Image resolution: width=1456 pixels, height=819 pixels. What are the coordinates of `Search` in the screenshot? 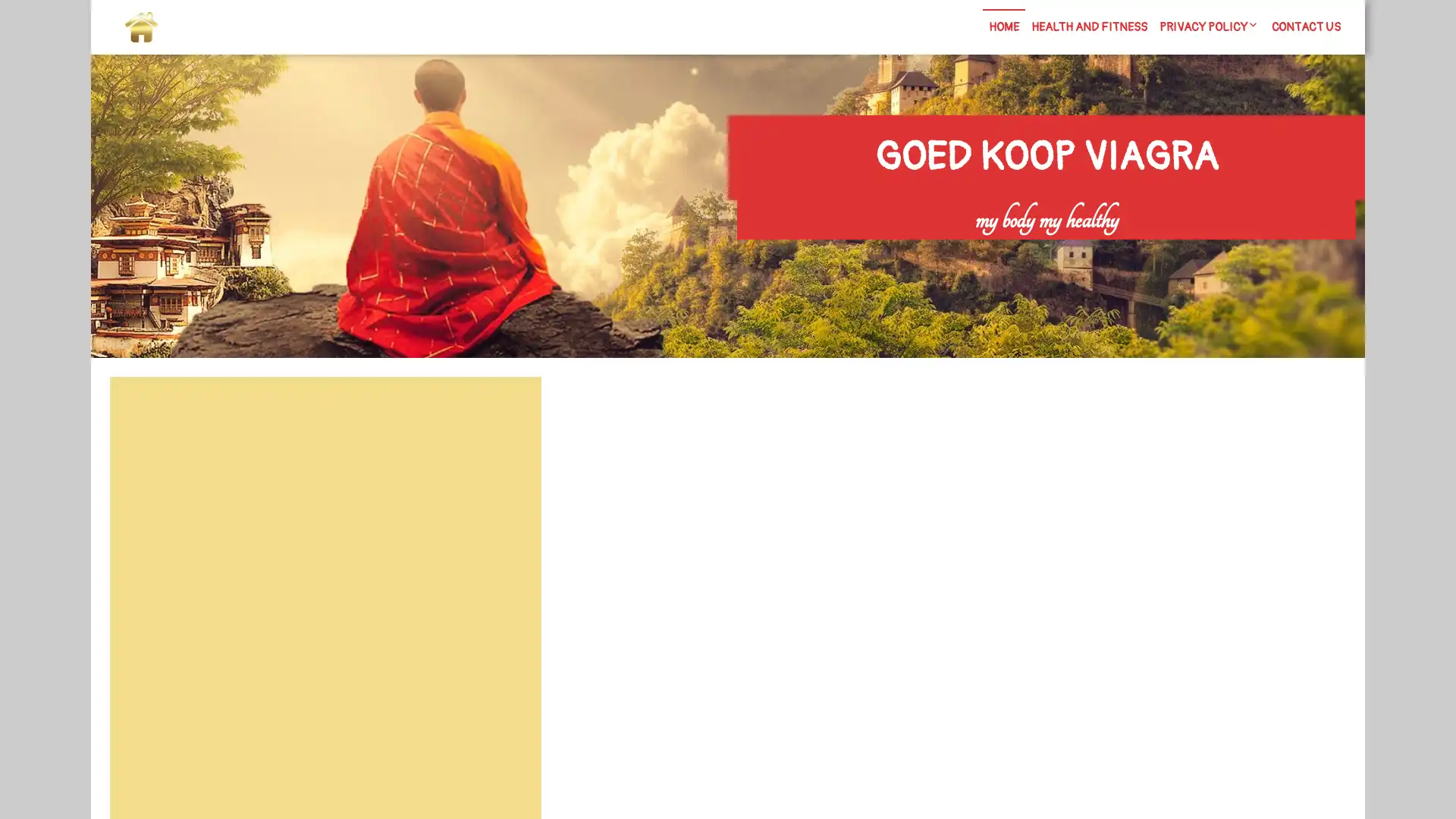 It's located at (1181, 248).